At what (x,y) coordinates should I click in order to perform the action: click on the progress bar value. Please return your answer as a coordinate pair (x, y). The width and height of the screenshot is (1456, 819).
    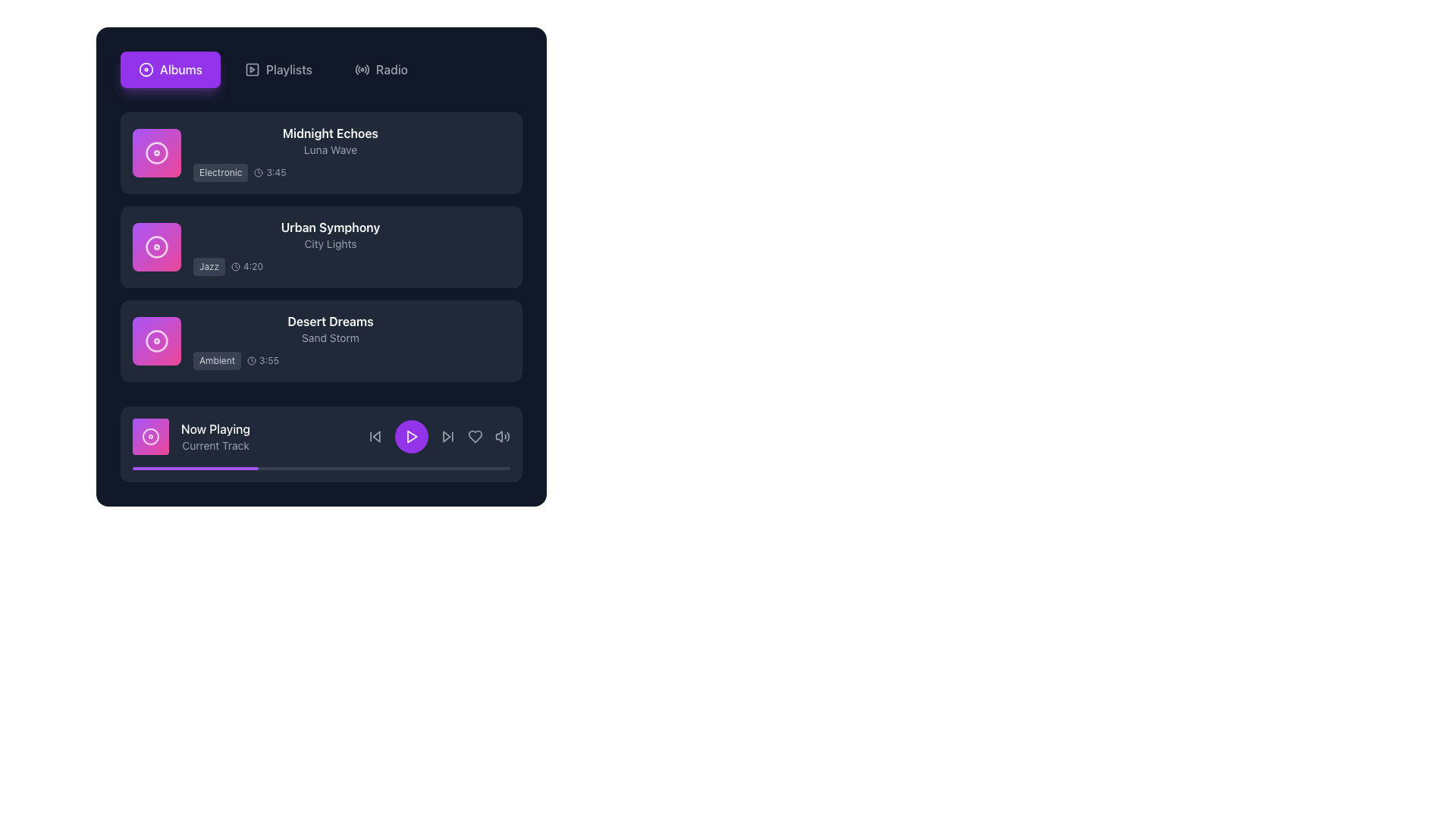
    Looking at the image, I should click on (226, 467).